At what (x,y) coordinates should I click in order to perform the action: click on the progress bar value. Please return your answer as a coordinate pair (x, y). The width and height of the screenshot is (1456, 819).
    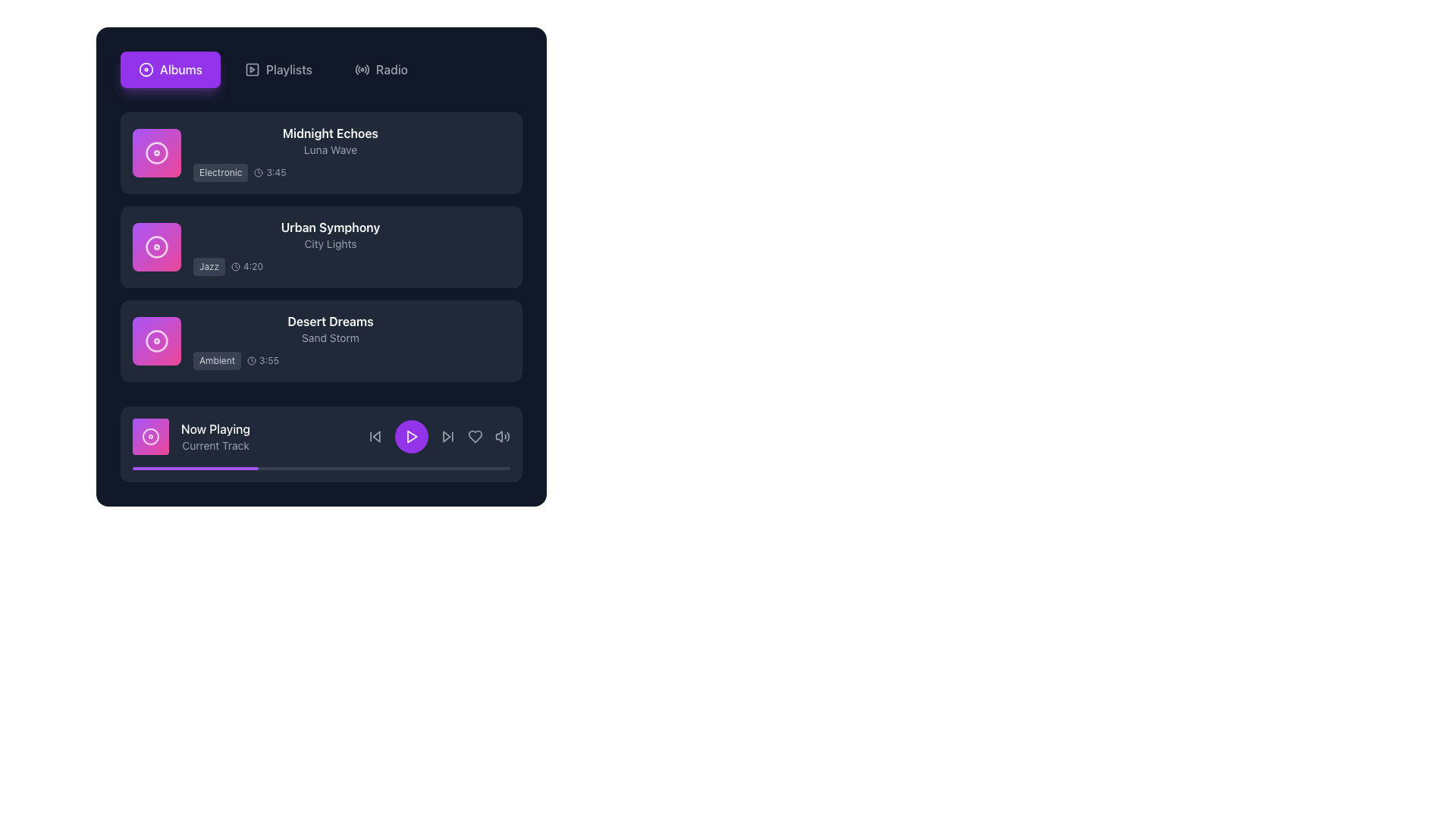
    Looking at the image, I should click on (226, 467).